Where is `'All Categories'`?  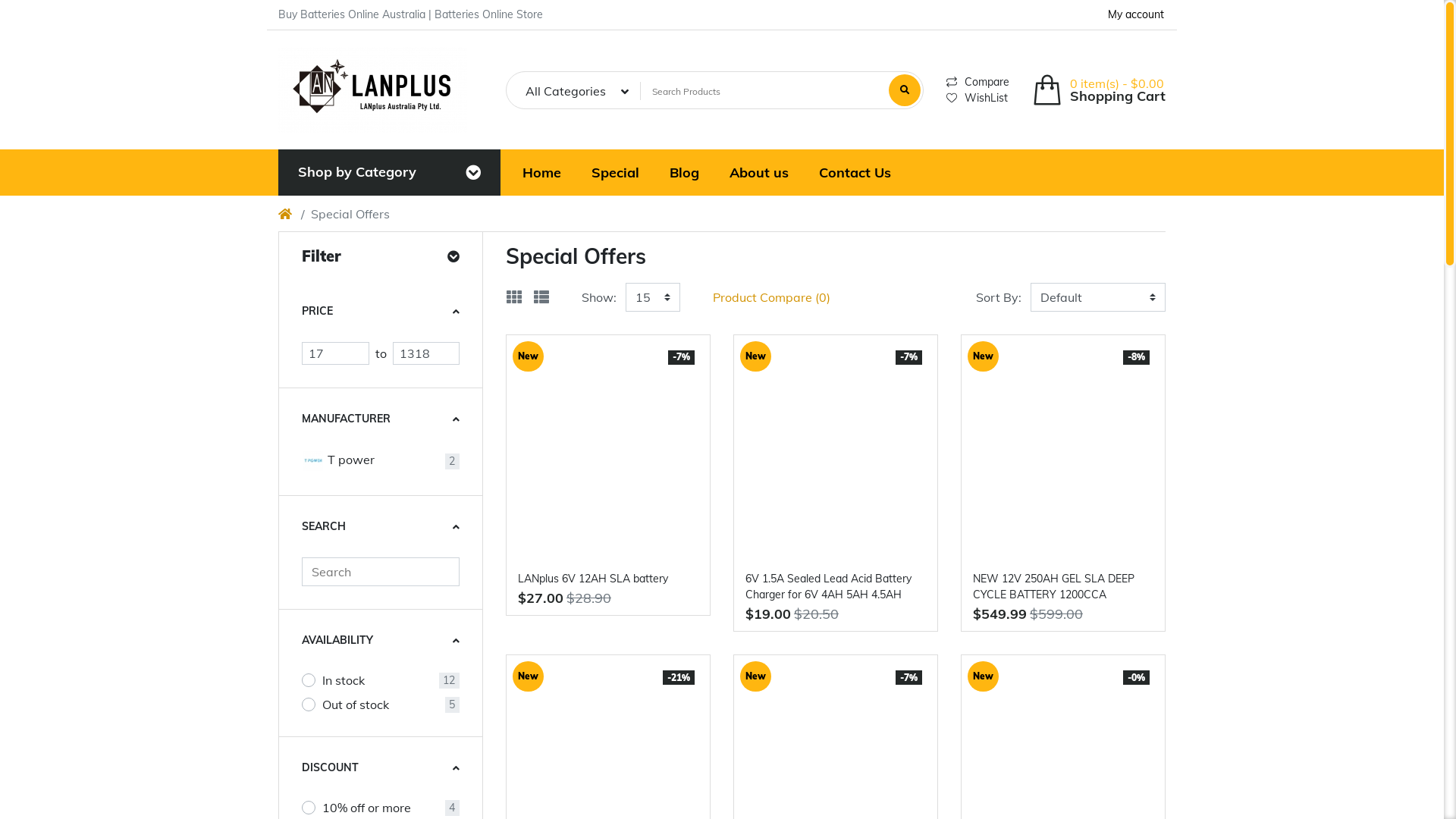
'All Categories' is located at coordinates (576, 90).